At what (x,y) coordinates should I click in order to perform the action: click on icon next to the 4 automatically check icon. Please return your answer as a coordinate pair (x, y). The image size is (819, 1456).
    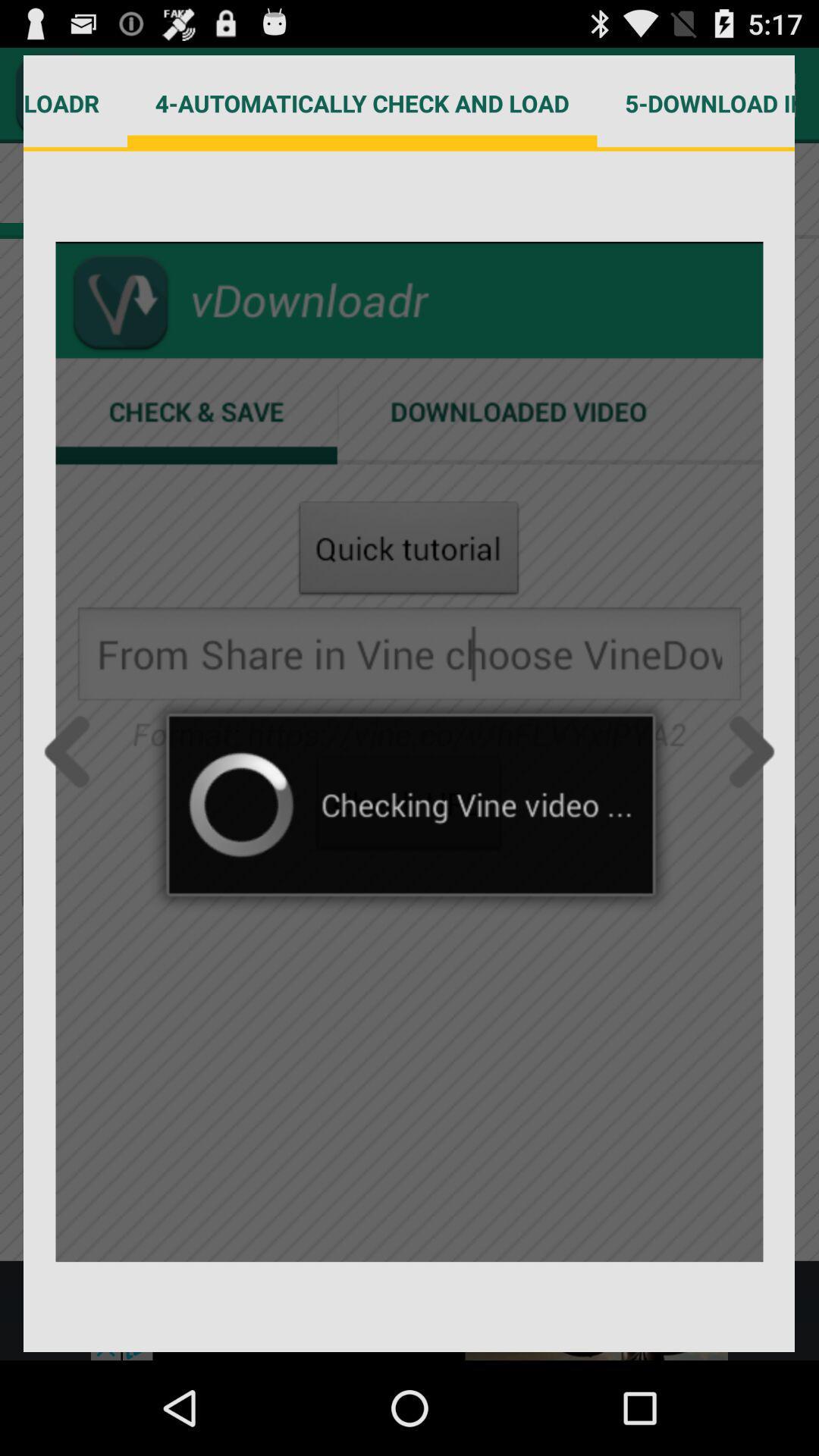
    Looking at the image, I should click on (75, 102).